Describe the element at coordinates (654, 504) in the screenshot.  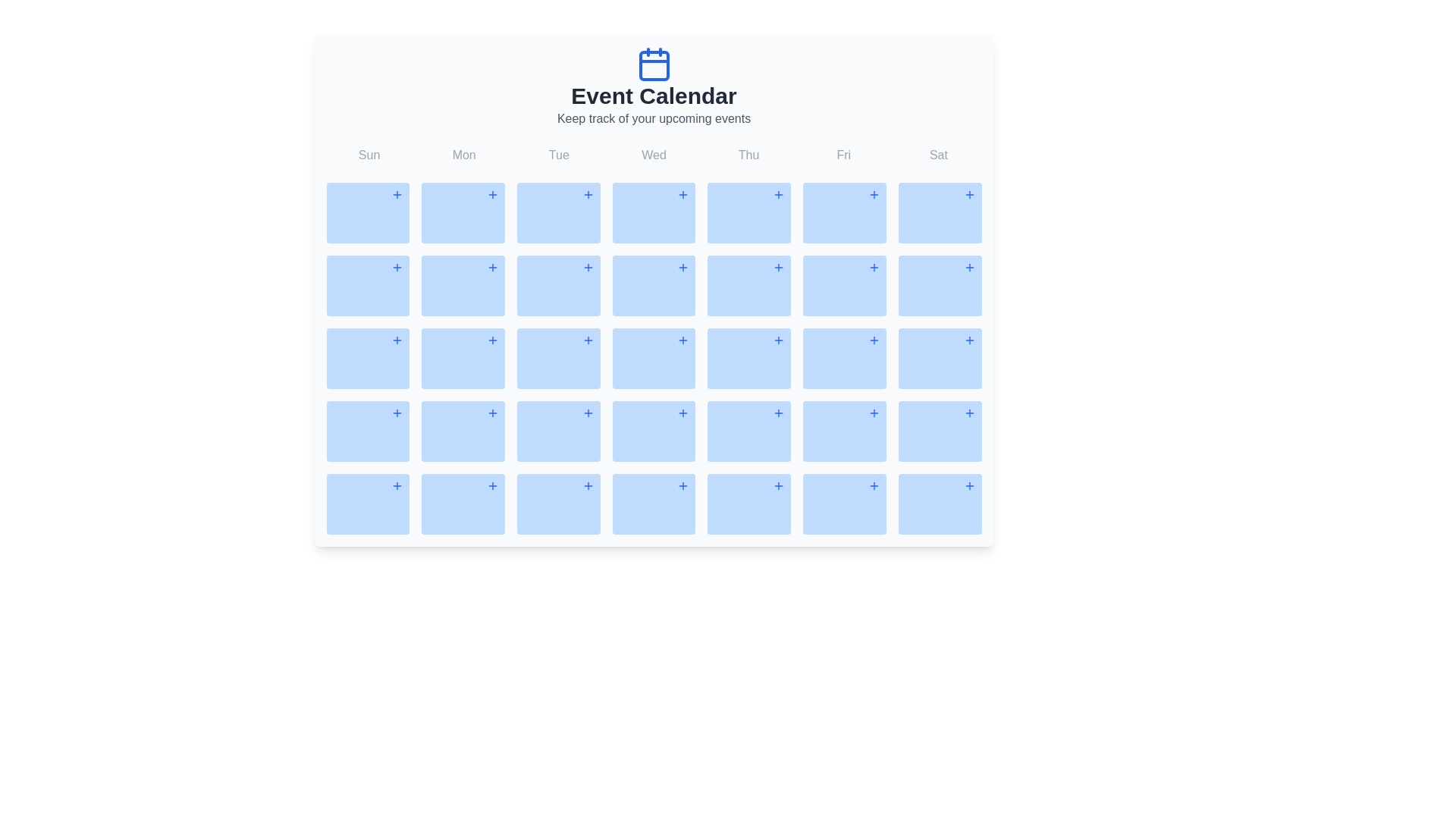
I see `the calendar cell located in the last row and fourth column of the grid layout` at that location.